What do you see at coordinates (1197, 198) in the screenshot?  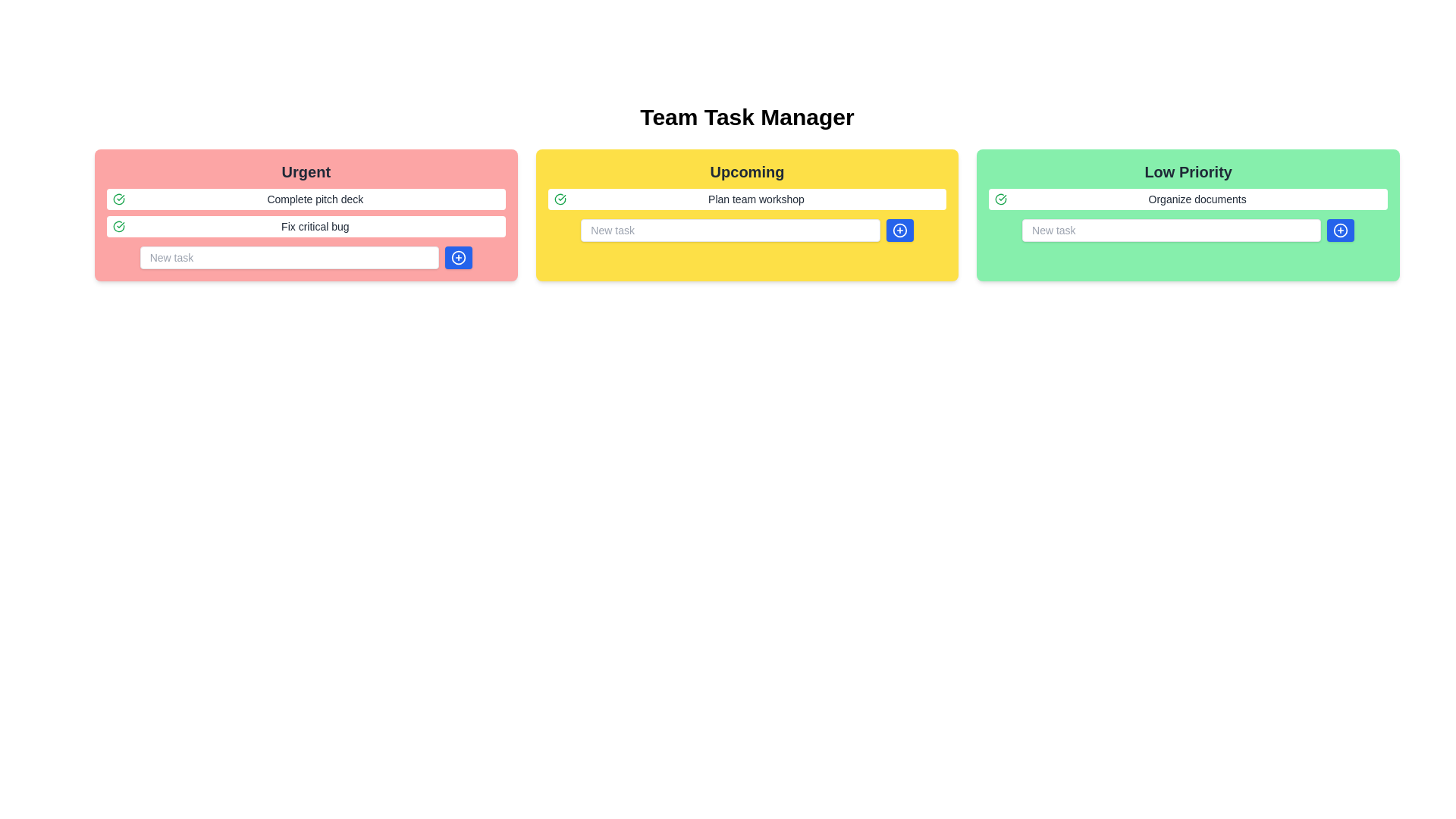 I see `text of the 'Organize documents' label located in the 'Low Priority' green column above the new task input field` at bounding box center [1197, 198].